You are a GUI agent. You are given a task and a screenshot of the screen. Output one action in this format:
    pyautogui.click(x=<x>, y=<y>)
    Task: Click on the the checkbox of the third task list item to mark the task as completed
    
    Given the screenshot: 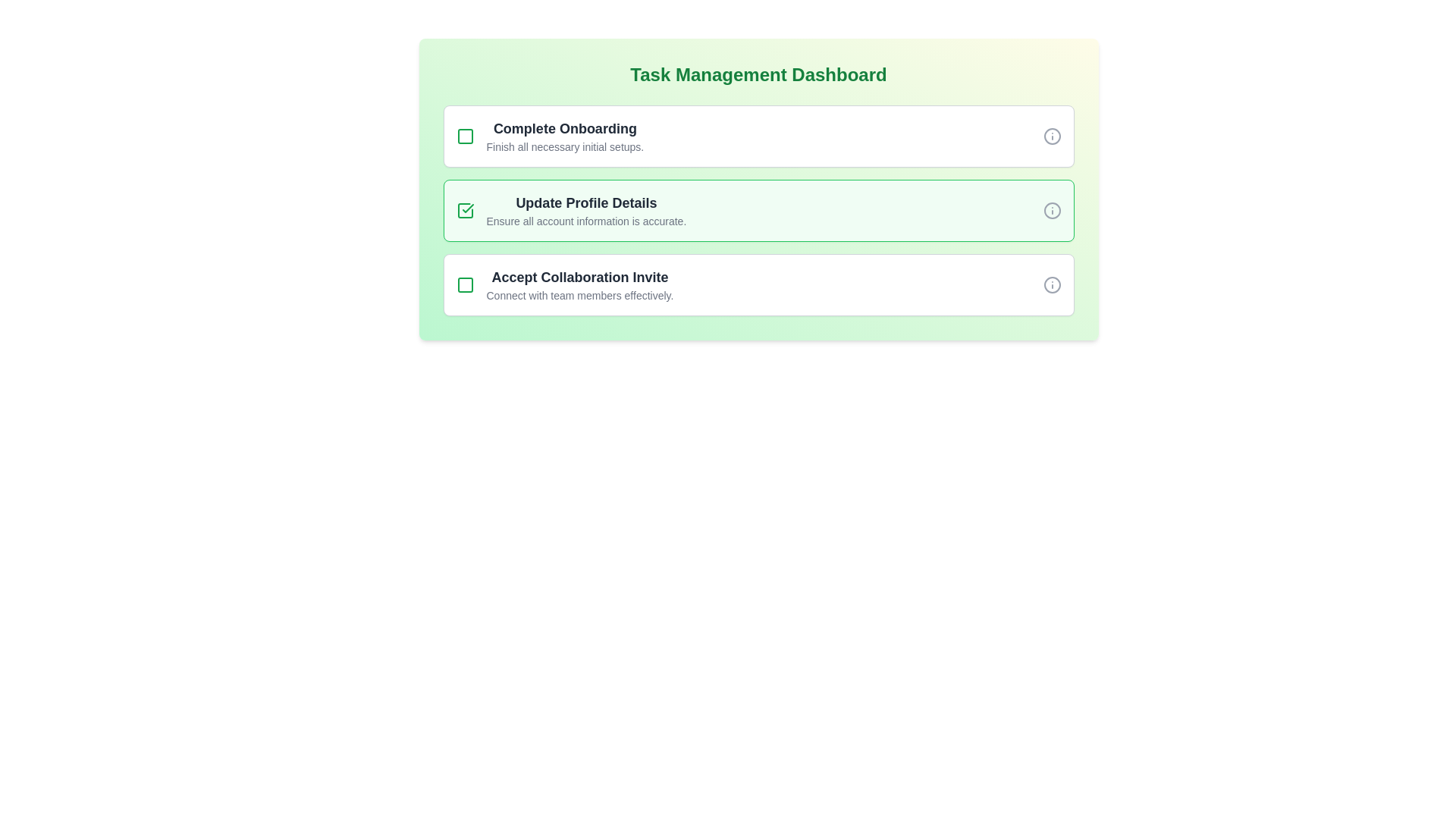 What is the action you would take?
    pyautogui.click(x=563, y=284)
    